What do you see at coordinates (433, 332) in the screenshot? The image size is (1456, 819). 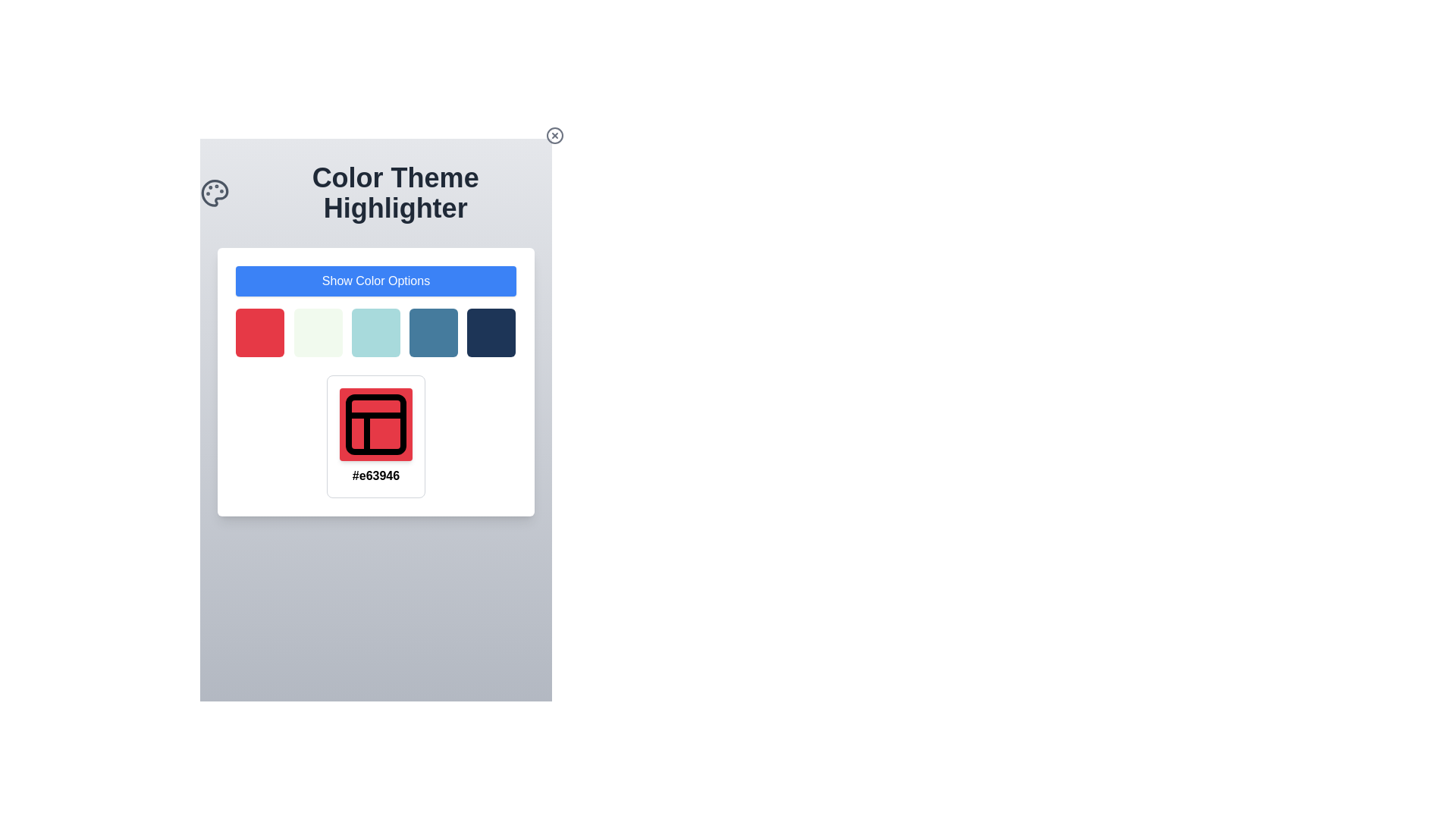 I see `the square-shaped button with rounded corners and solid blue color (#457B9D) located below the 'Show Color Options' button` at bounding box center [433, 332].